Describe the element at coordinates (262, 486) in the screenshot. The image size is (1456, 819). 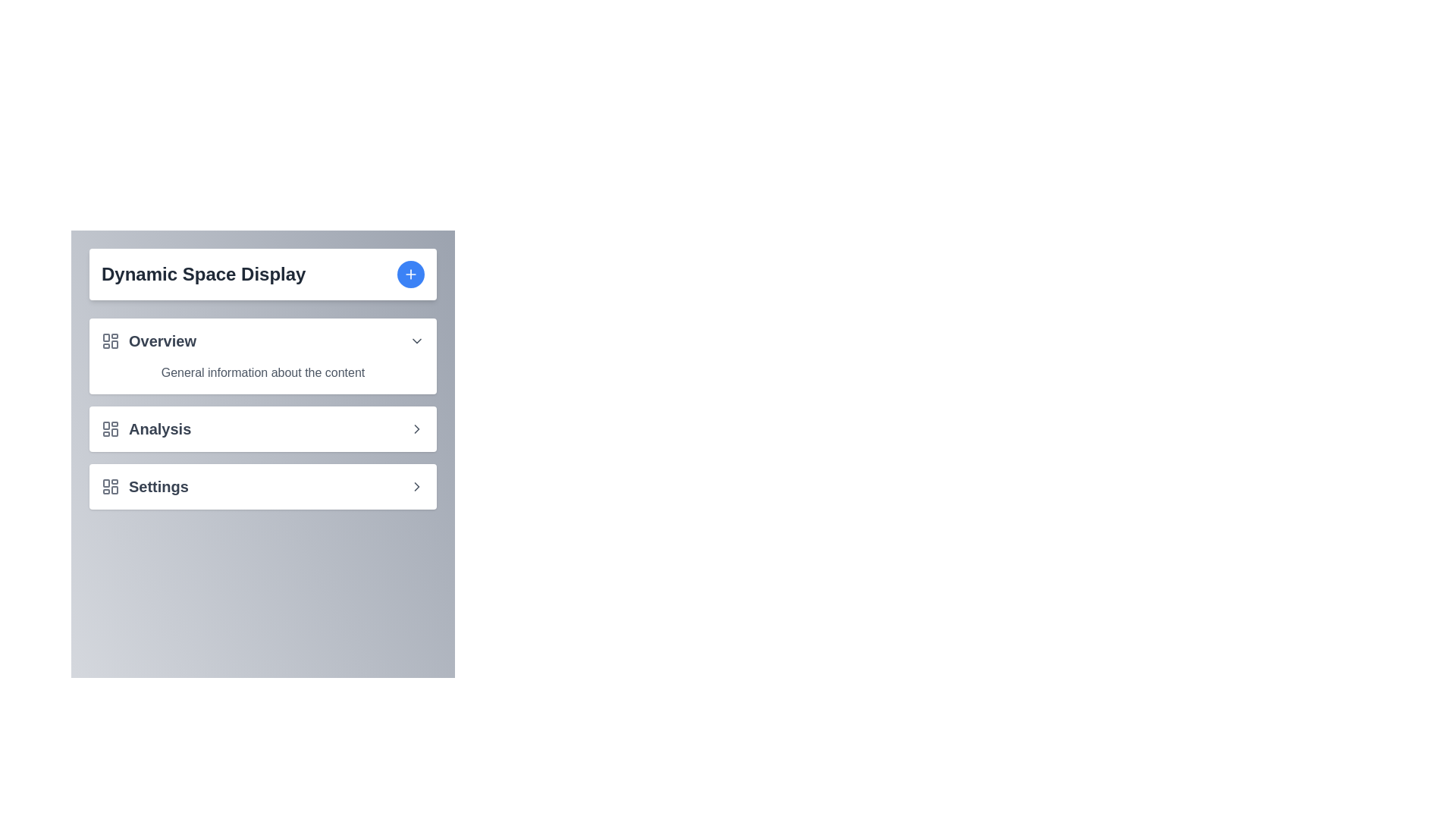
I see `the 'Settings' Navigation Menu Item, which is the third item in a vertical list` at that location.